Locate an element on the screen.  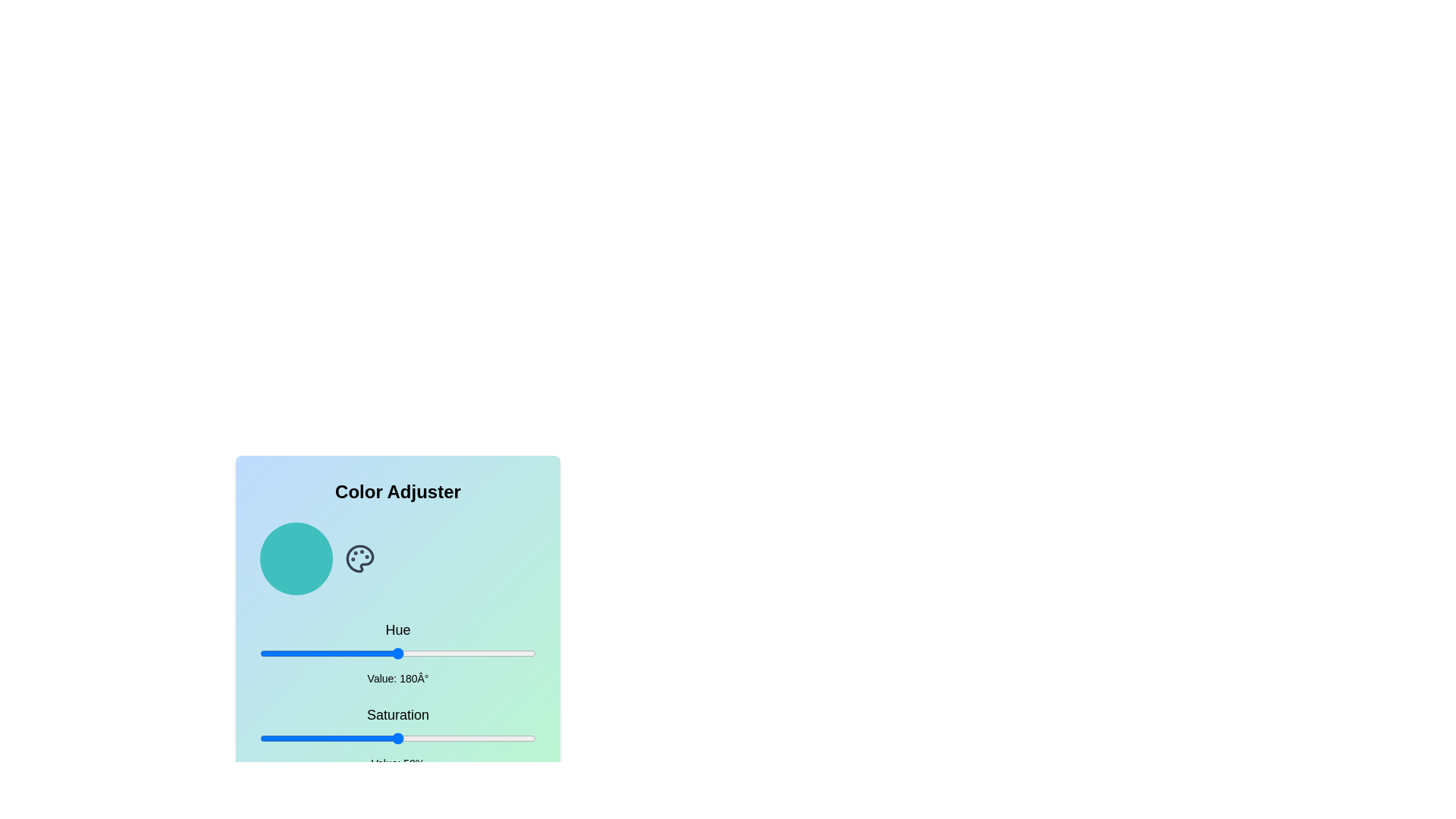
the saturation slider to set the saturation to 66% is located at coordinates (441, 738).